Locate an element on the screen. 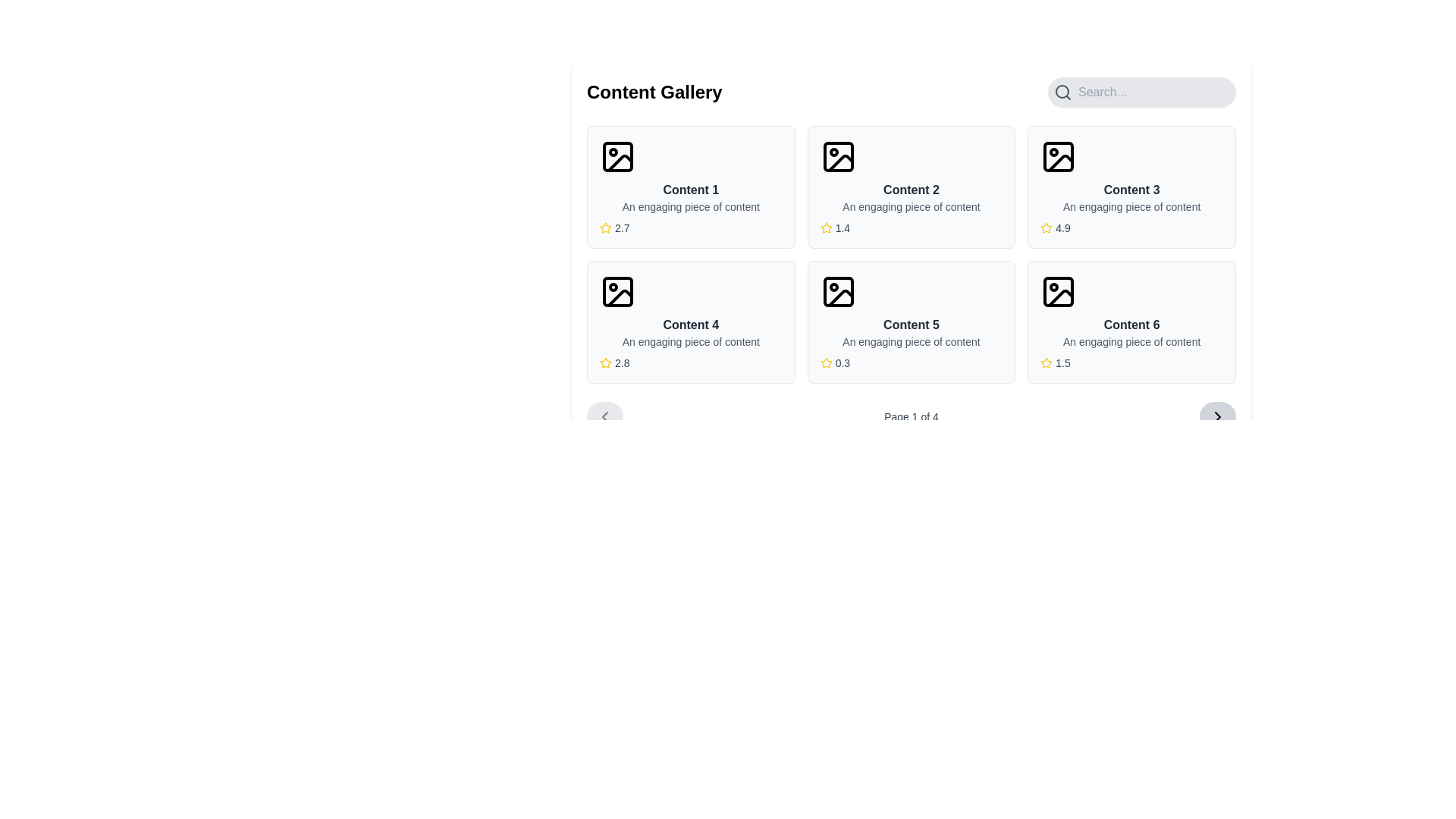 This screenshot has height=819, width=1456. the SVG vector graphic element that represents part of an icon with a diagonal line pattern inside the 'Content 5' card in the grid is located at coordinates (839, 298).